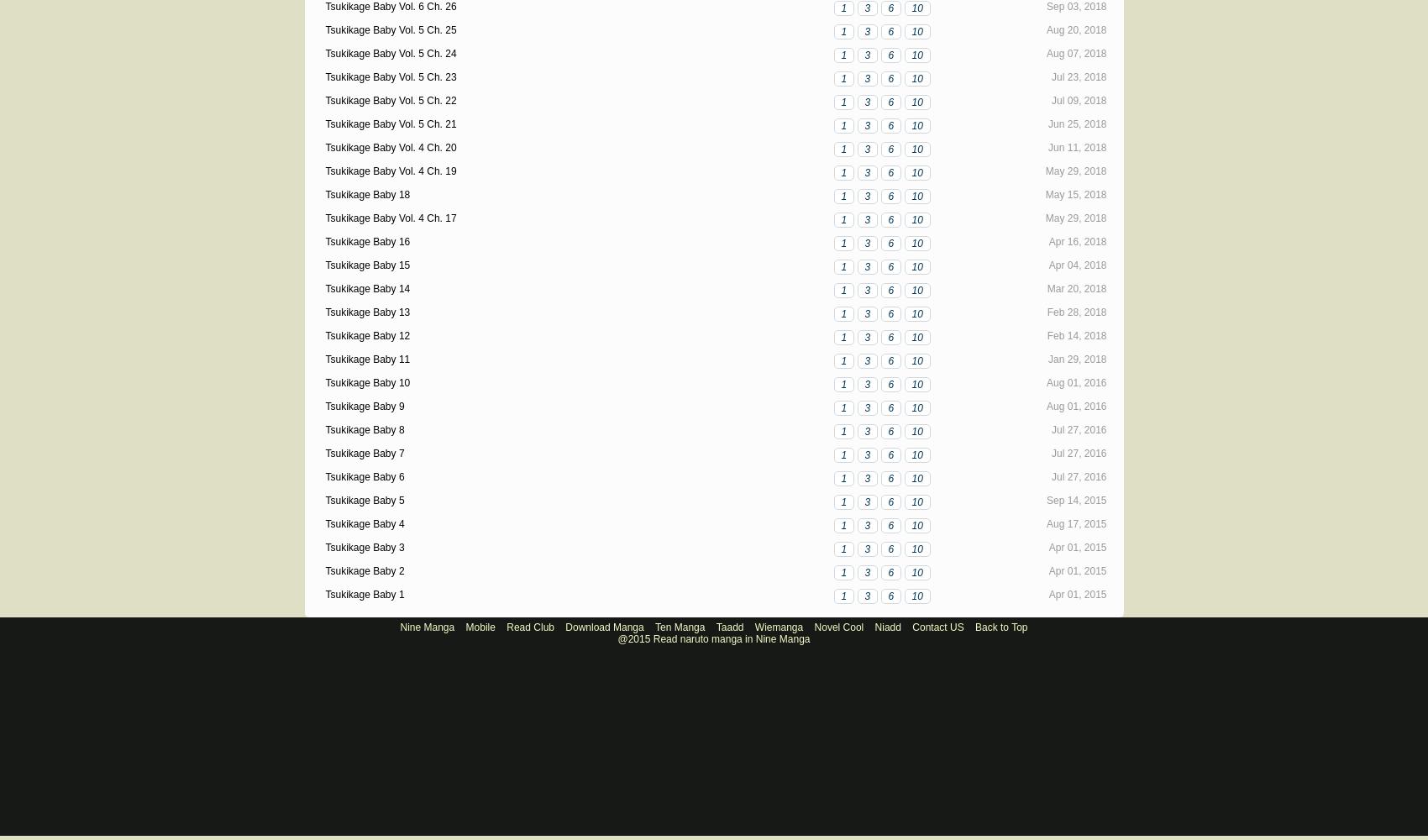  Describe the element at coordinates (812, 627) in the screenshot. I see `'Novel Cool'` at that location.